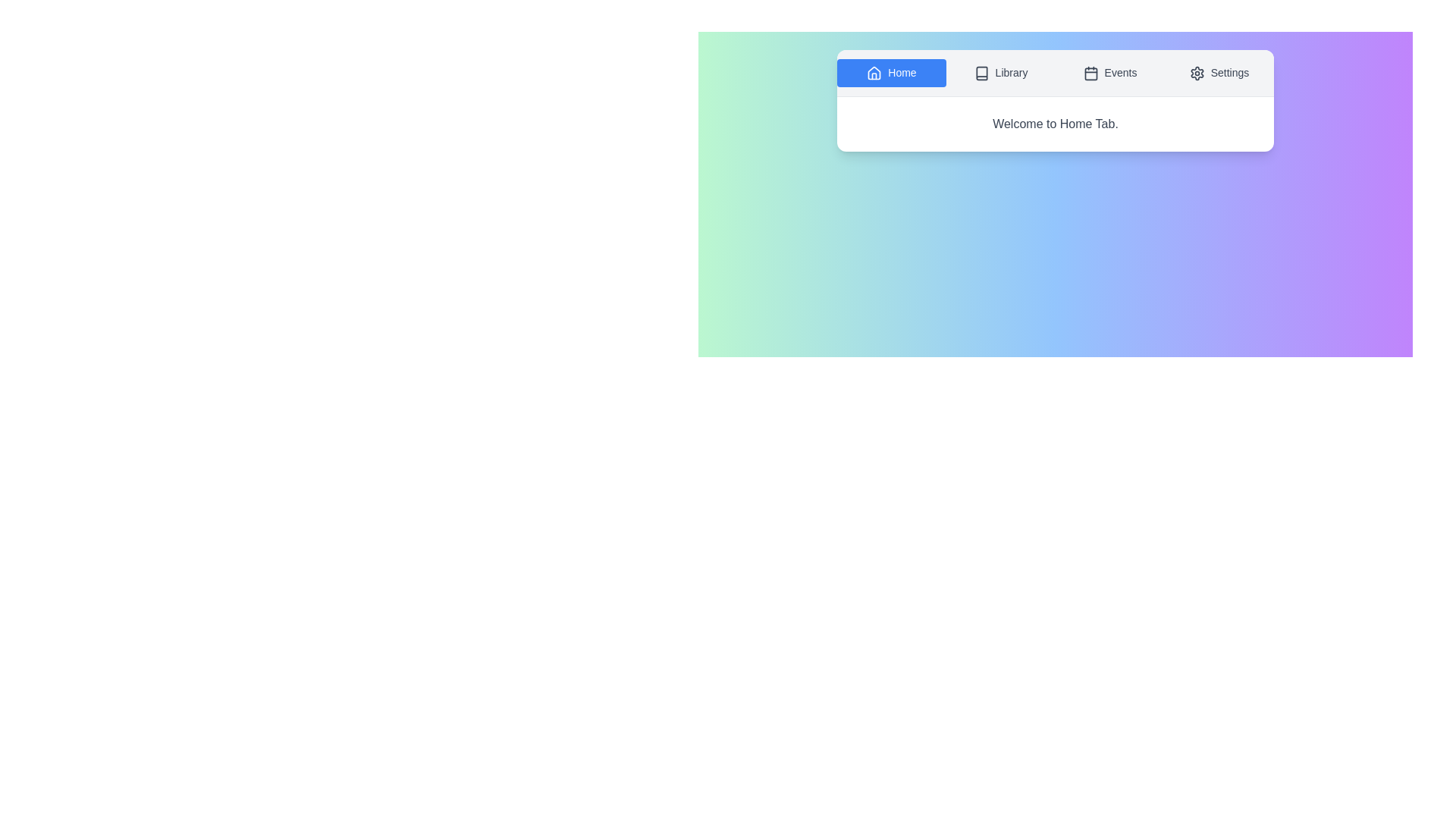  What do you see at coordinates (981, 74) in the screenshot?
I see `the library icon in the navigation bar` at bounding box center [981, 74].